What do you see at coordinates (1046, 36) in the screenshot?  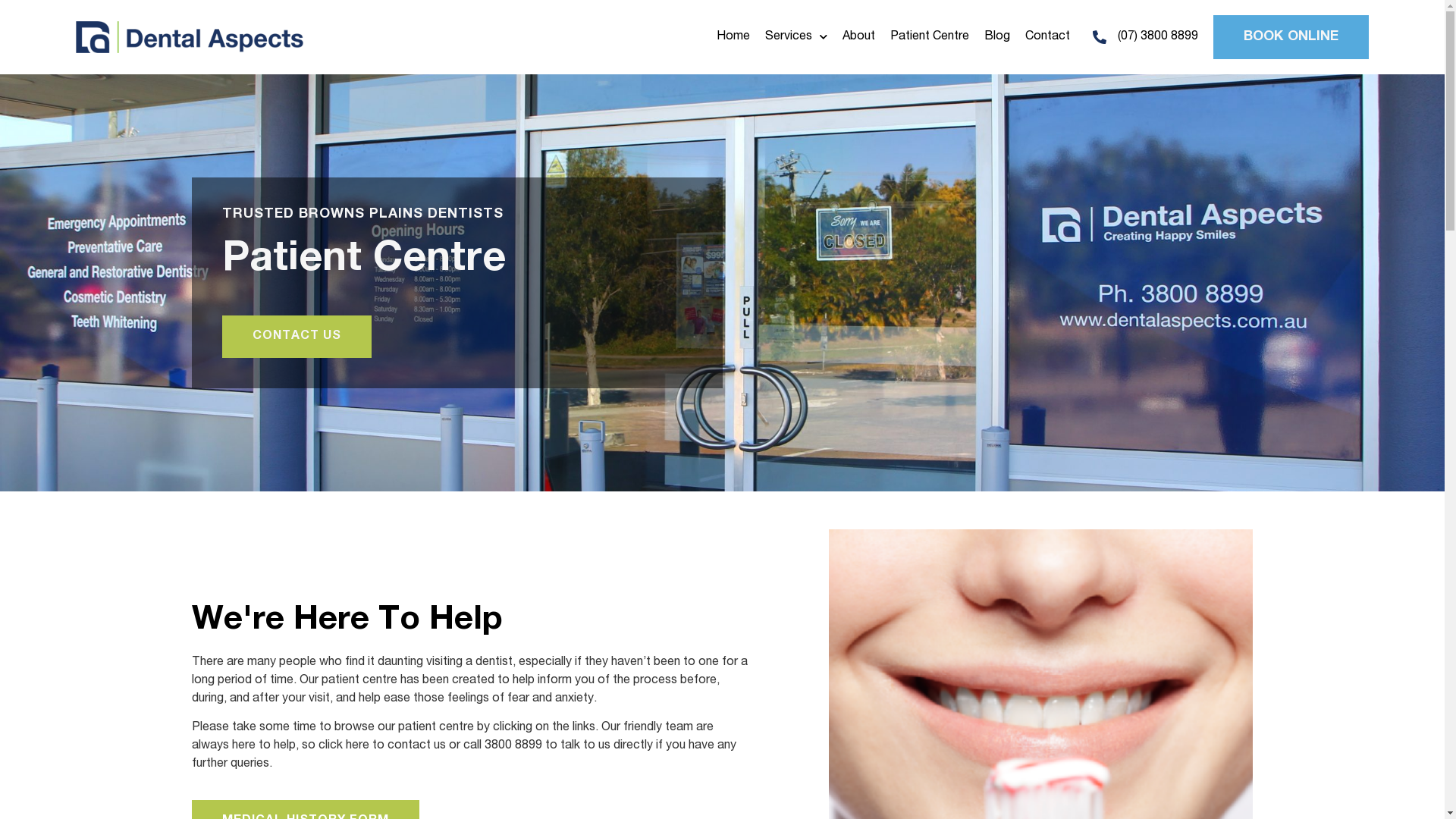 I see `'Contact'` at bounding box center [1046, 36].